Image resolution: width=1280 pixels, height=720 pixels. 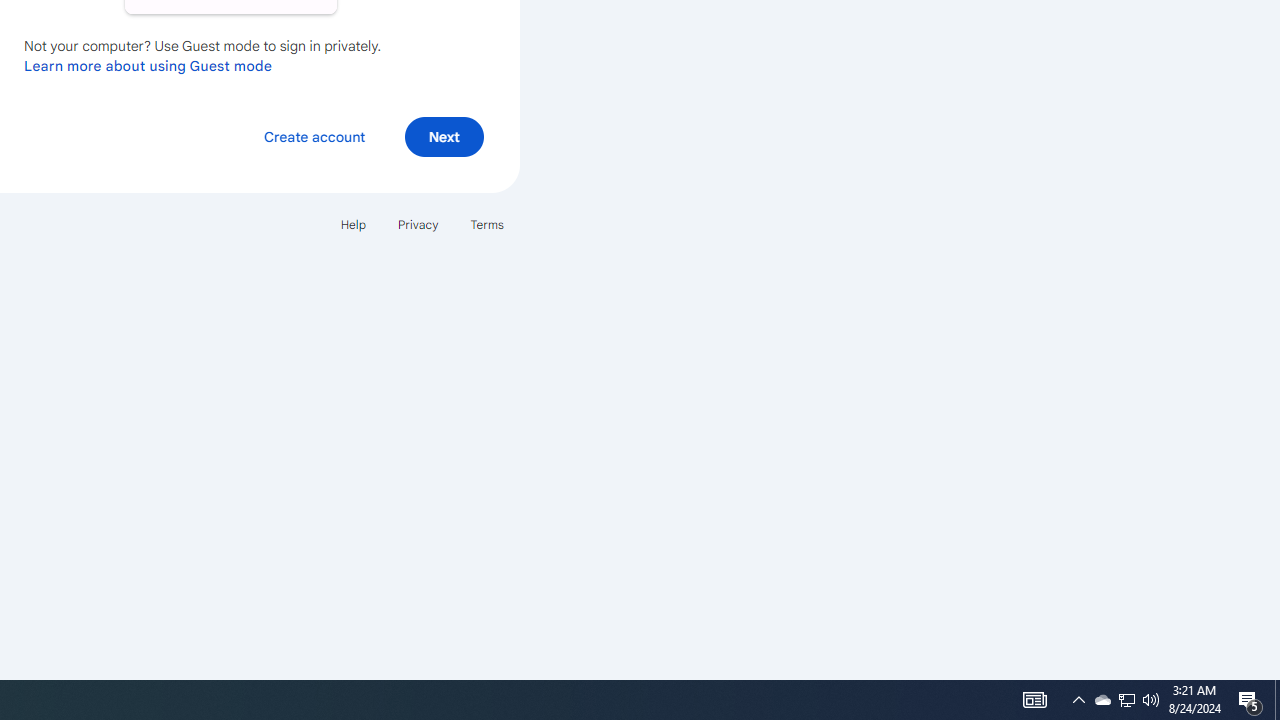 What do you see at coordinates (416, 224) in the screenshot?
I see `'Privacy'` at bounding box center [416, 224].